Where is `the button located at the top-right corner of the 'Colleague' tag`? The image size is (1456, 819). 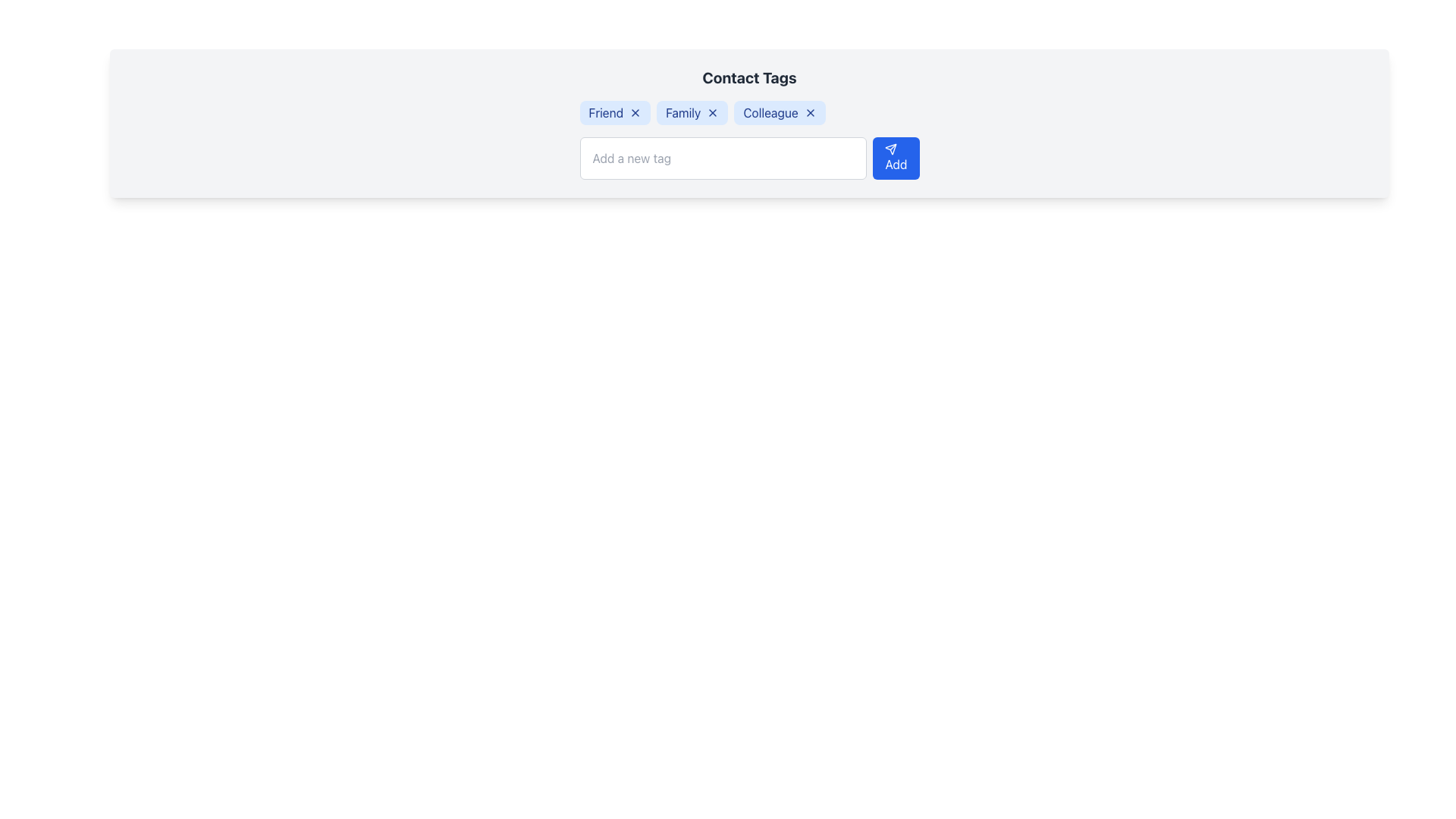
the button located at the top-right corner of the 'Colleague' tag is located at coordinates (809, 112).